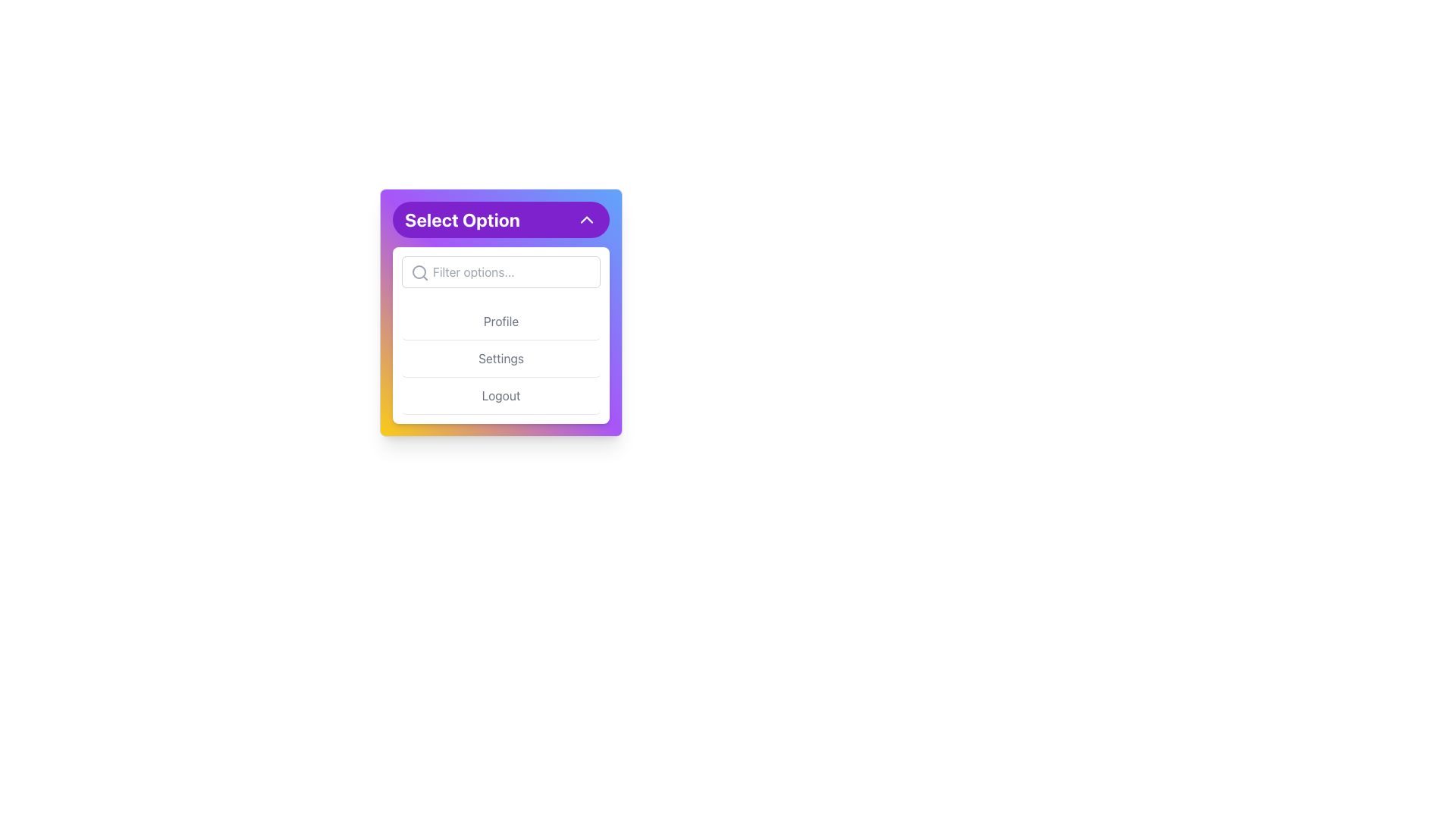 This screenshot has height=819, width=1456. I want to click on the 'Logout' button located at the bottom of the vertical list of options to observe the visual hover effect, so click(501, 395).